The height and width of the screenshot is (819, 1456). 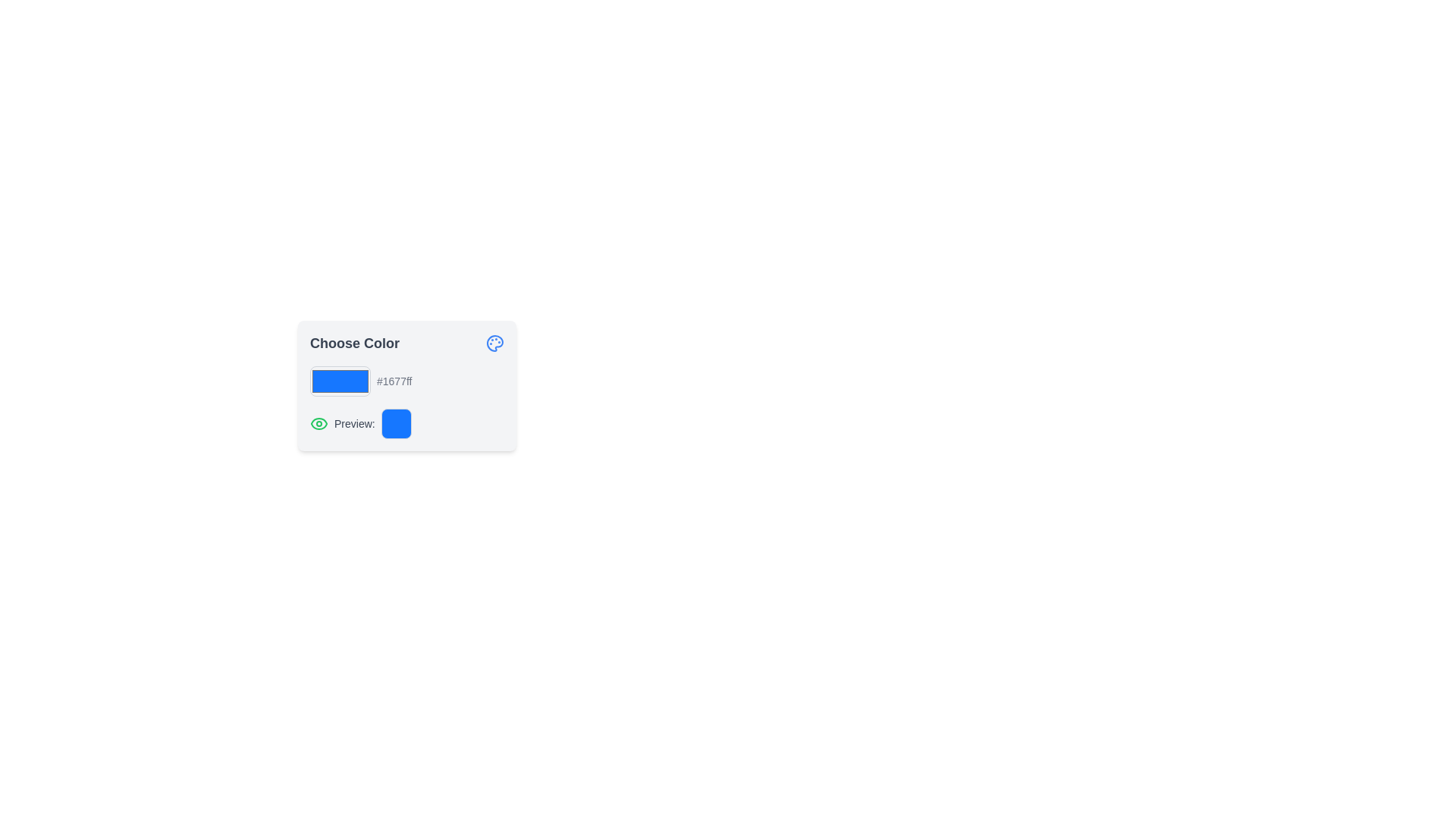 I want to click on the text displaying the hexadecimal color code '#1677ff', which is styled with a small text size and gray color, located to the right of the color selector box in the 'Choose Color' section, so click(x=394, y=380).